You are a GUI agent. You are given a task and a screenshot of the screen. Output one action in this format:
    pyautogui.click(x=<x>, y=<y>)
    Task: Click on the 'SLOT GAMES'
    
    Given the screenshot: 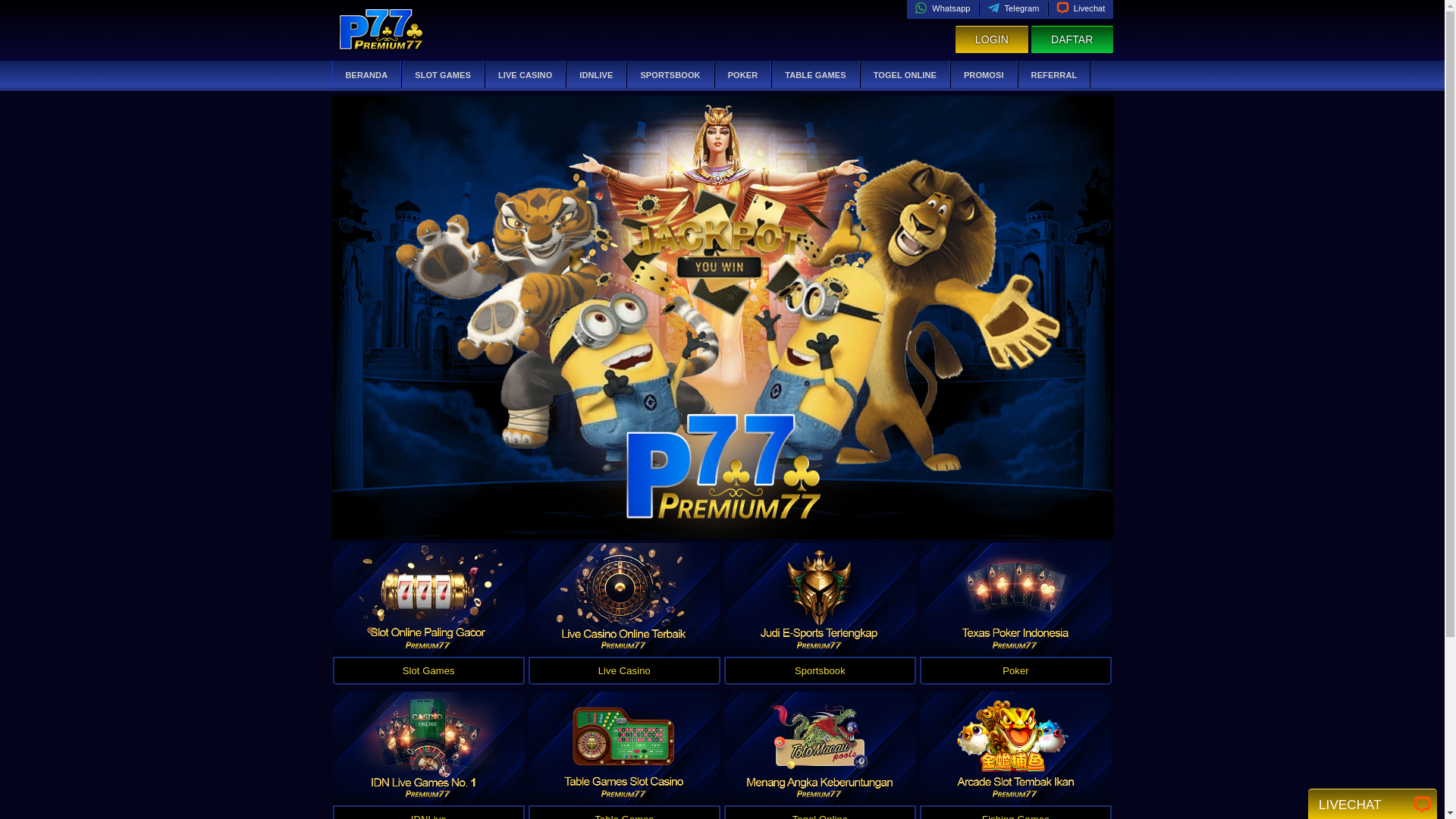 What is the action you would take?
    pyautogui.click(x=442, y=75)
    